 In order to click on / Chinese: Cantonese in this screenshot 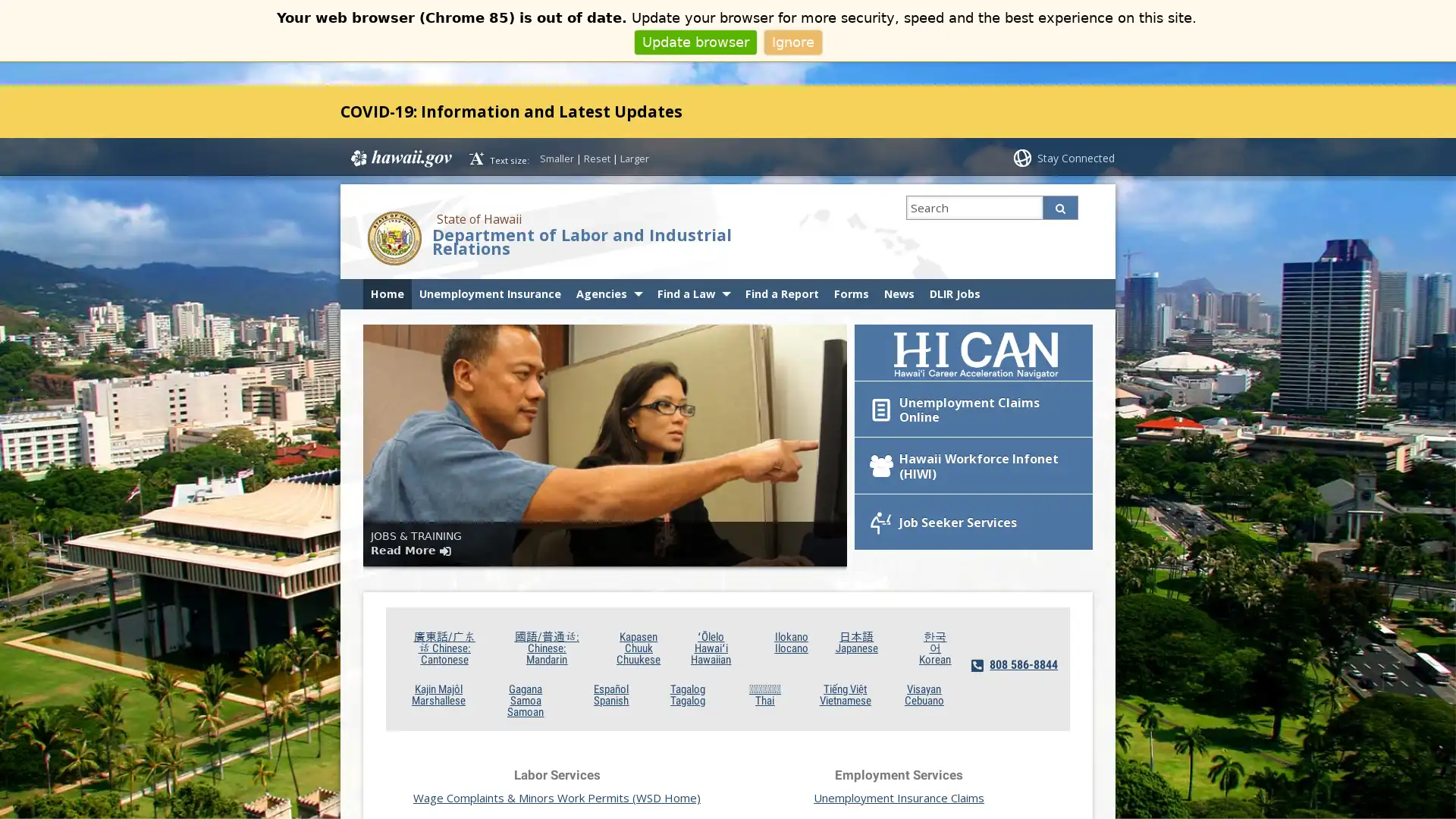, I will do `click(443, 654)`.